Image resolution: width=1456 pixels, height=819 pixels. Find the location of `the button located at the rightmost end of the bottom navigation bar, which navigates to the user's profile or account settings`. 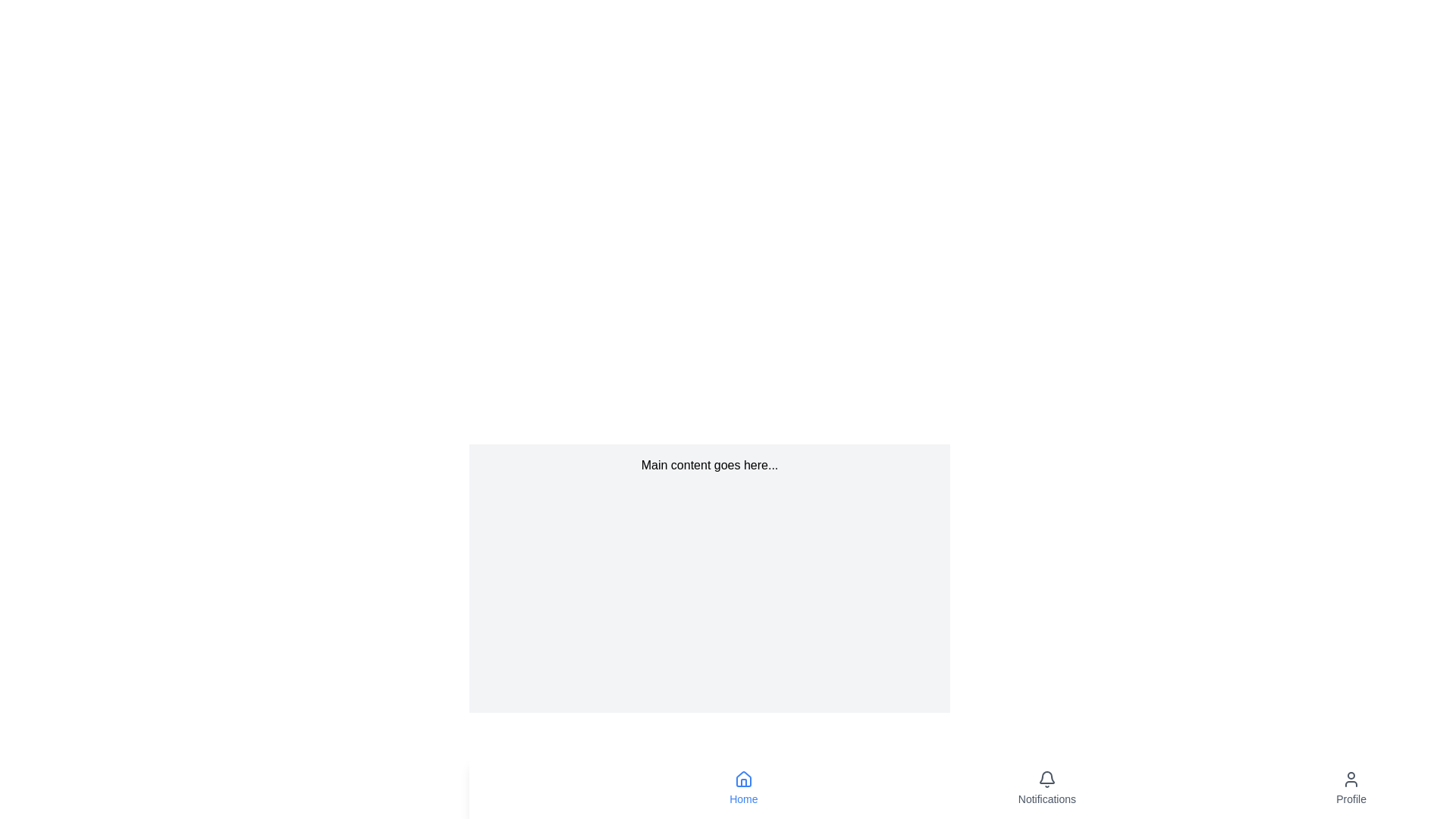

the button located at the rightmost end of the bottom navigation bar, which navigates to the user's profile or account settings is located at coordinates (1351, 788).